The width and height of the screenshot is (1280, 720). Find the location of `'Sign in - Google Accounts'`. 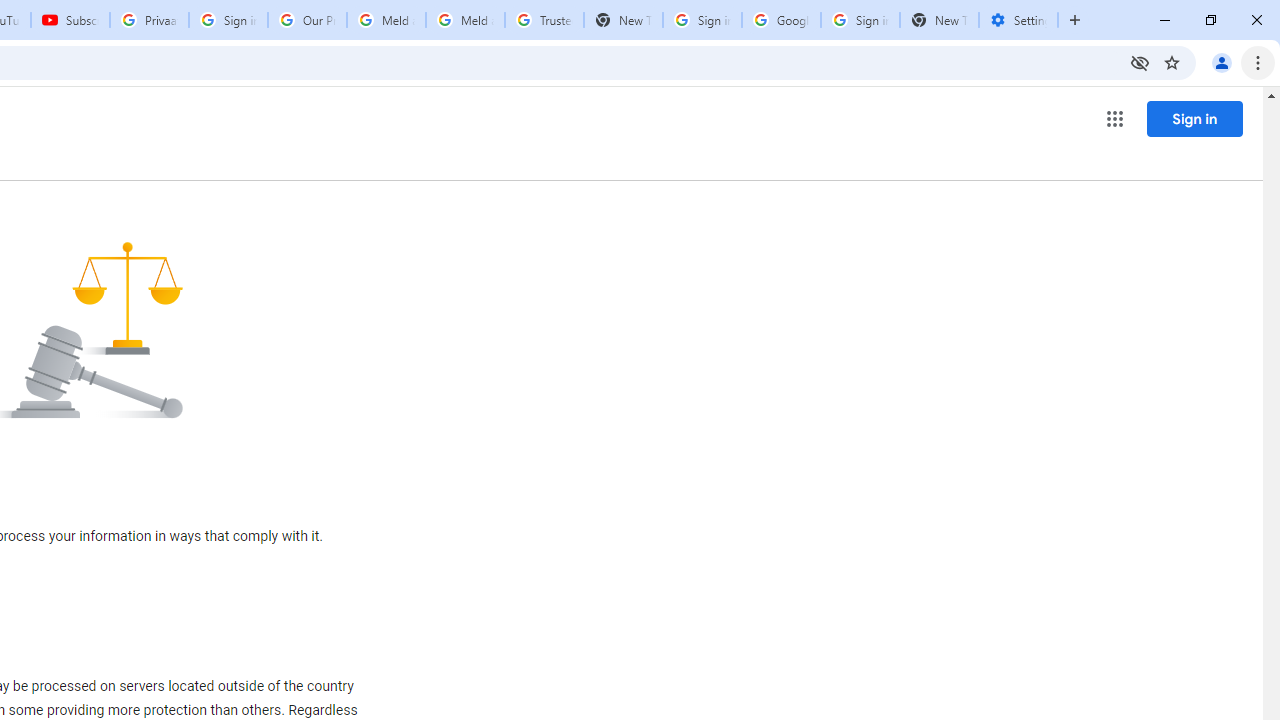

'Sign in - Google Accounts' is located at coordinates (702, 20).